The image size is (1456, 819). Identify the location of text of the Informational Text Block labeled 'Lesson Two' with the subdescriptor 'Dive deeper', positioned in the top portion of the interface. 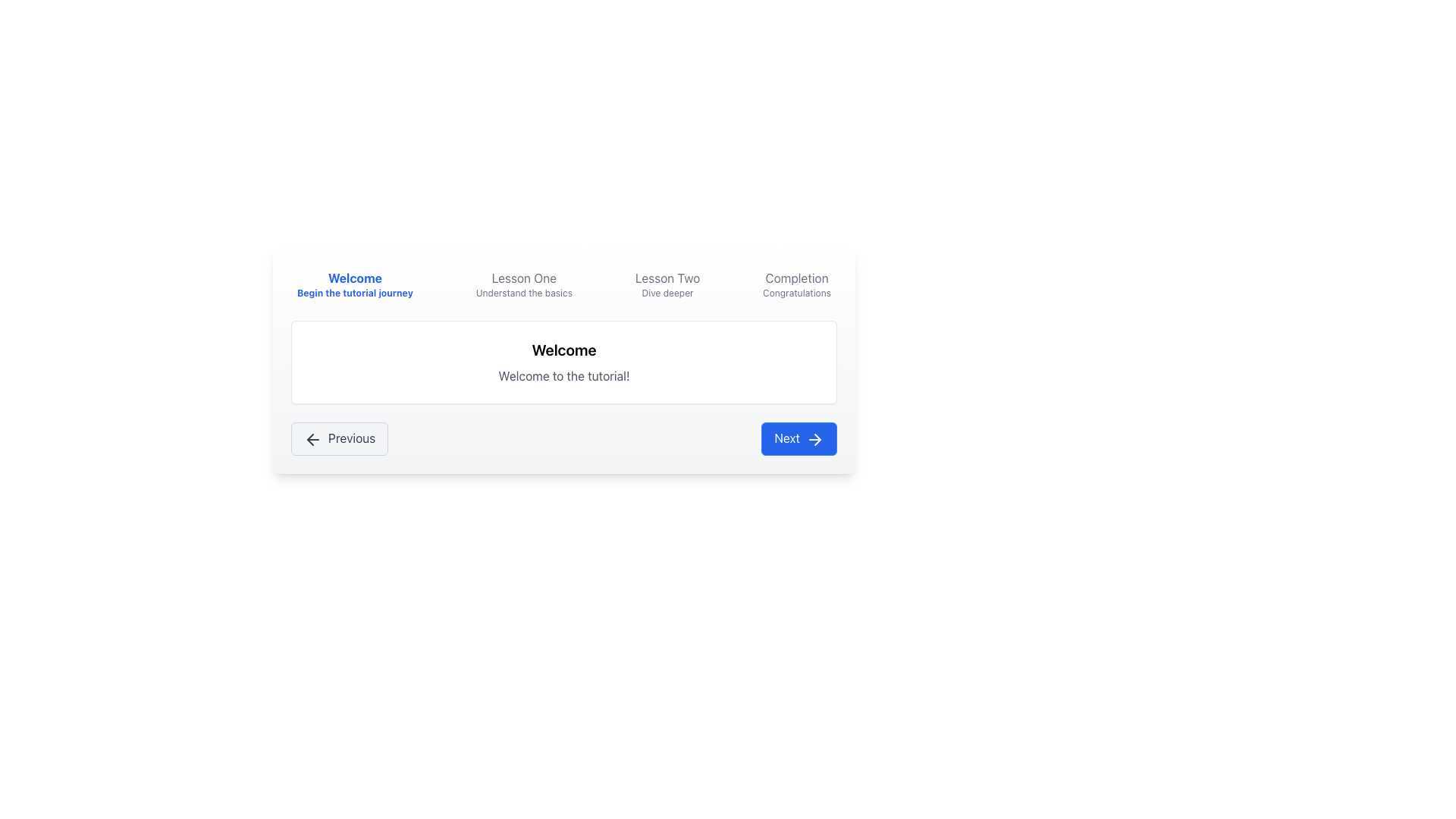
(667, 284).